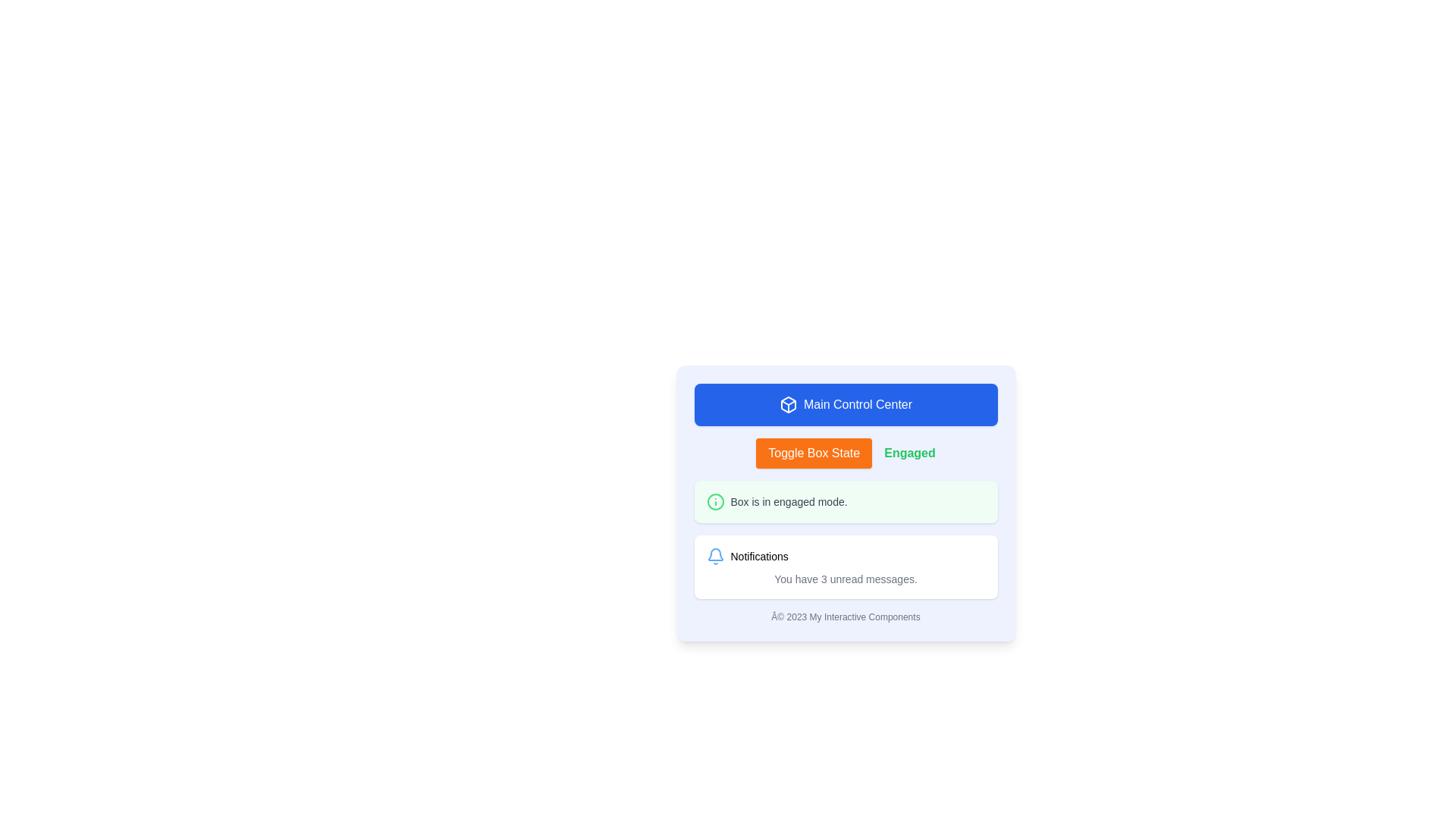 The height and width of the screenshot is (819, 1456). I want to click on the text label displaying '© 2023 My Interactive Components' located at the bottom center of the card component, below the 'Notifications' section, so click(845, 617).